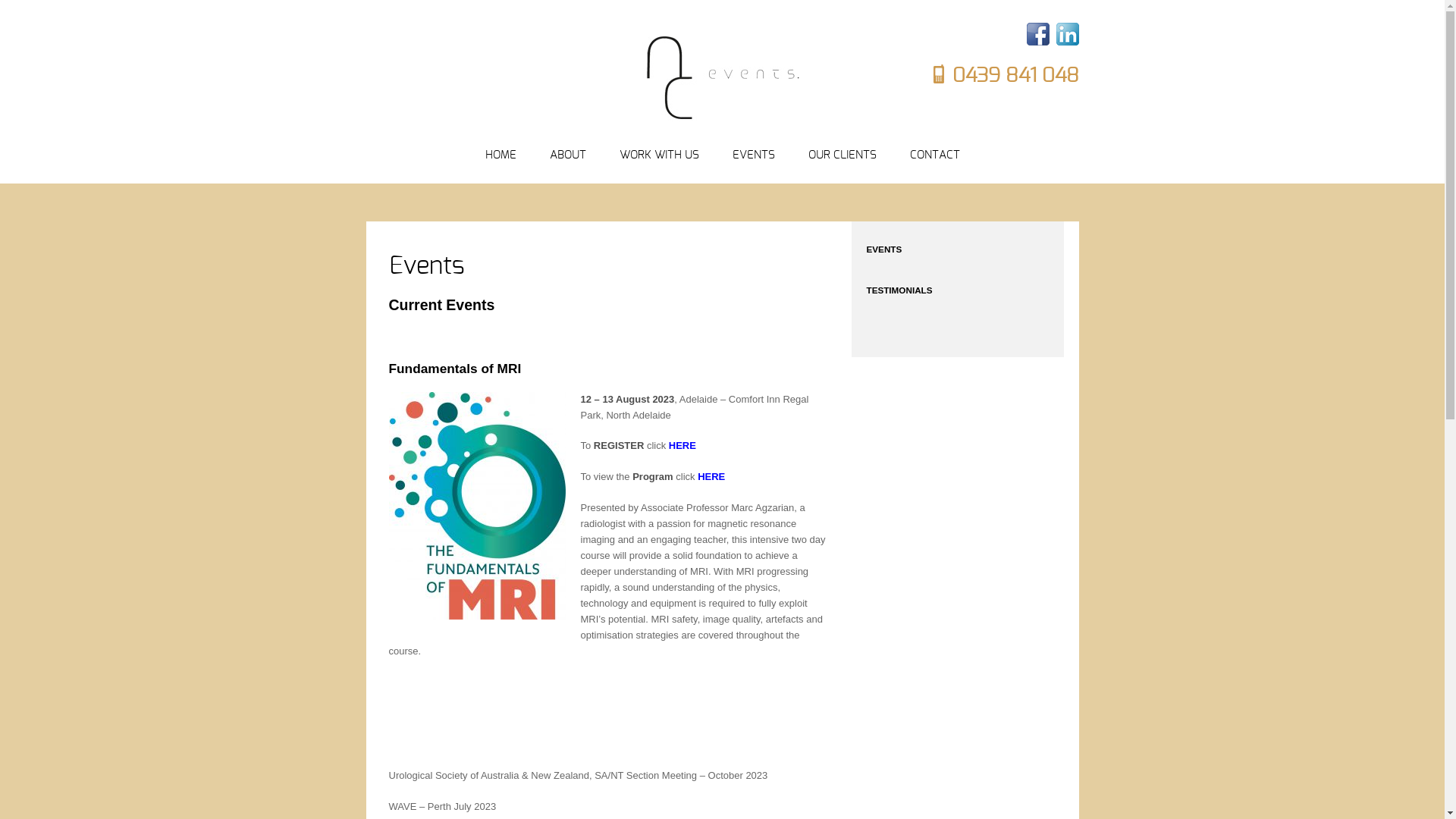 Image resolution: width=1456 pixels, height=819 pixels. What do you see at coordinates (841, 155) in the screenshot?
I see `'OUR CLIENTS'` at bounding box center [841, 155].